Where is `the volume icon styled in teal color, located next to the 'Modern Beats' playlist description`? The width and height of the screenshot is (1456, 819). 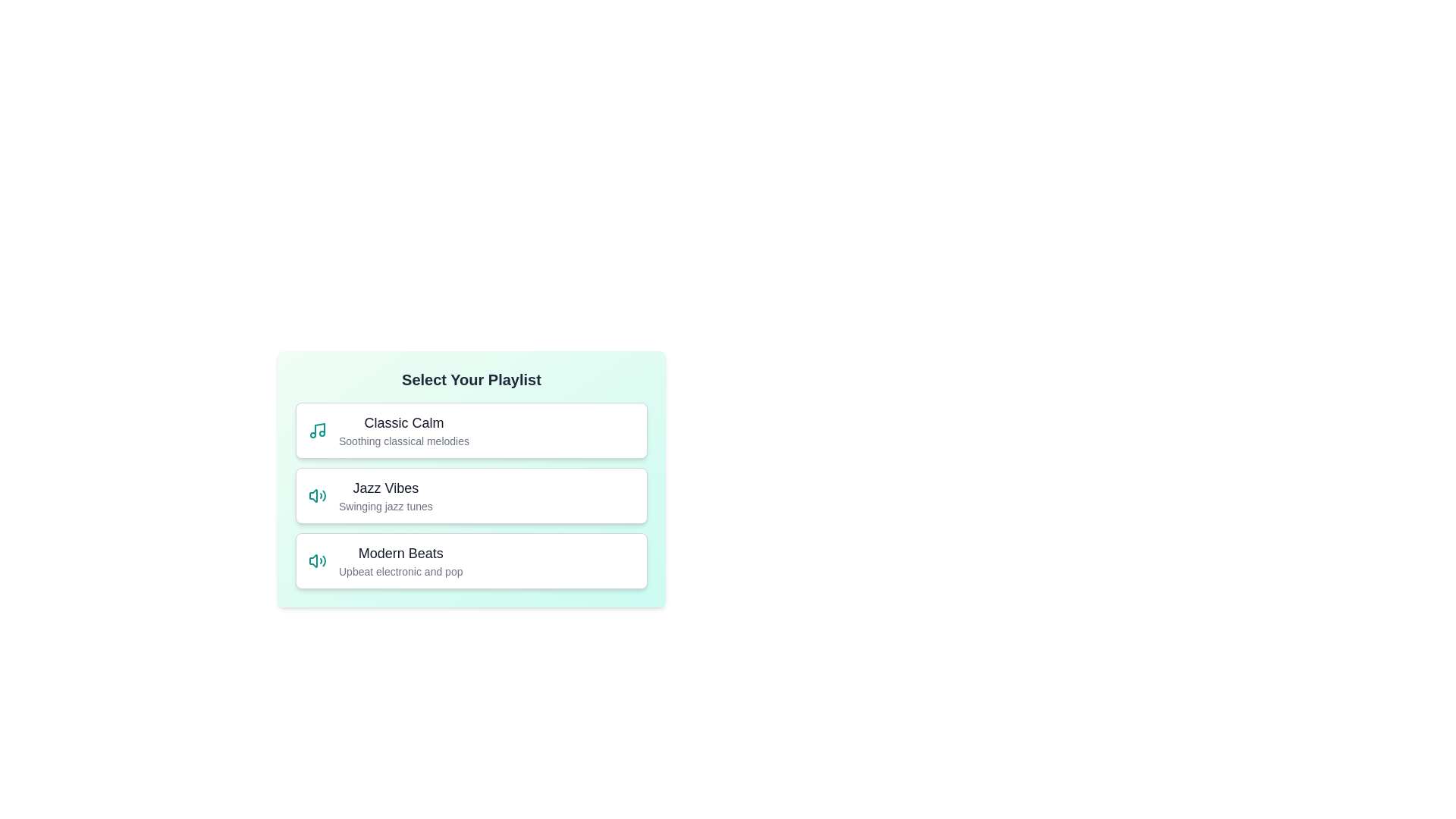 the volume icon styled in teal color, located next to the 'Modern Beats' playlist description is located at coordinates (316, 561).